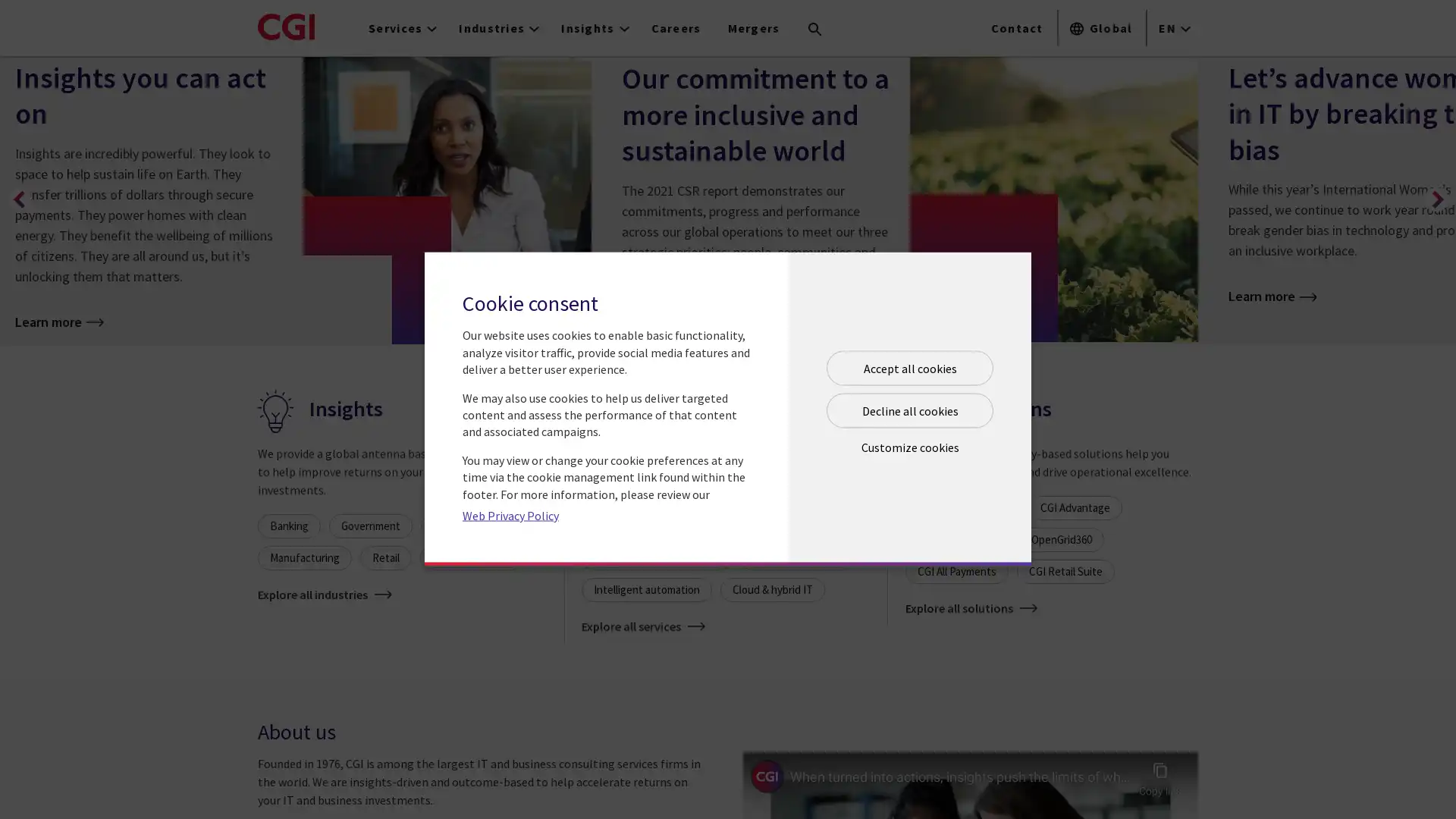 This screenshot has height=819, width=1456. I want to click on Search terms, so click(814, 30).